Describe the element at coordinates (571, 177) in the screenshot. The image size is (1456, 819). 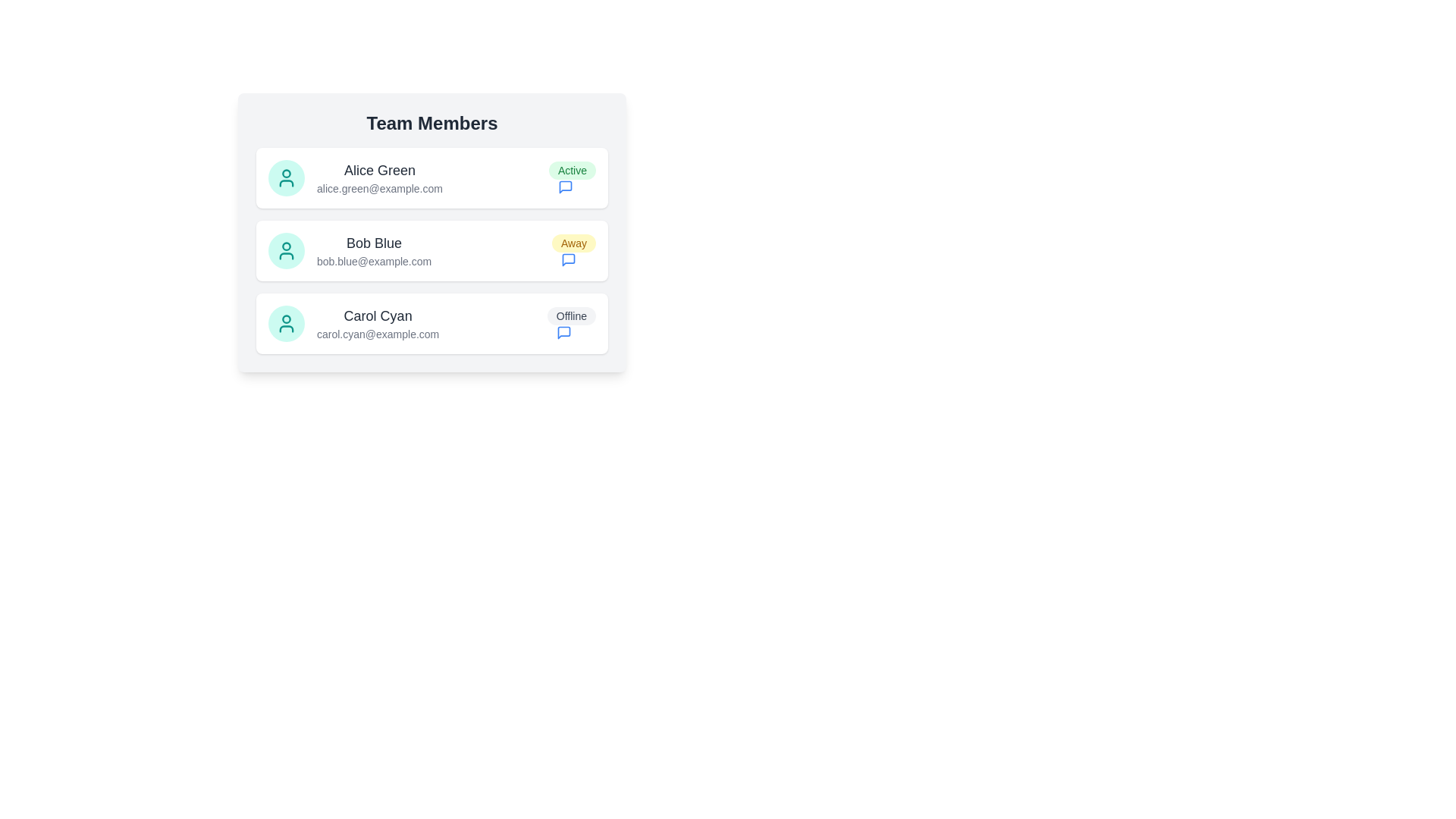
I see `the status label displaying 'Active' with a green background, located in the top-right corner of the item labeled 'Alice Green'` at that location.